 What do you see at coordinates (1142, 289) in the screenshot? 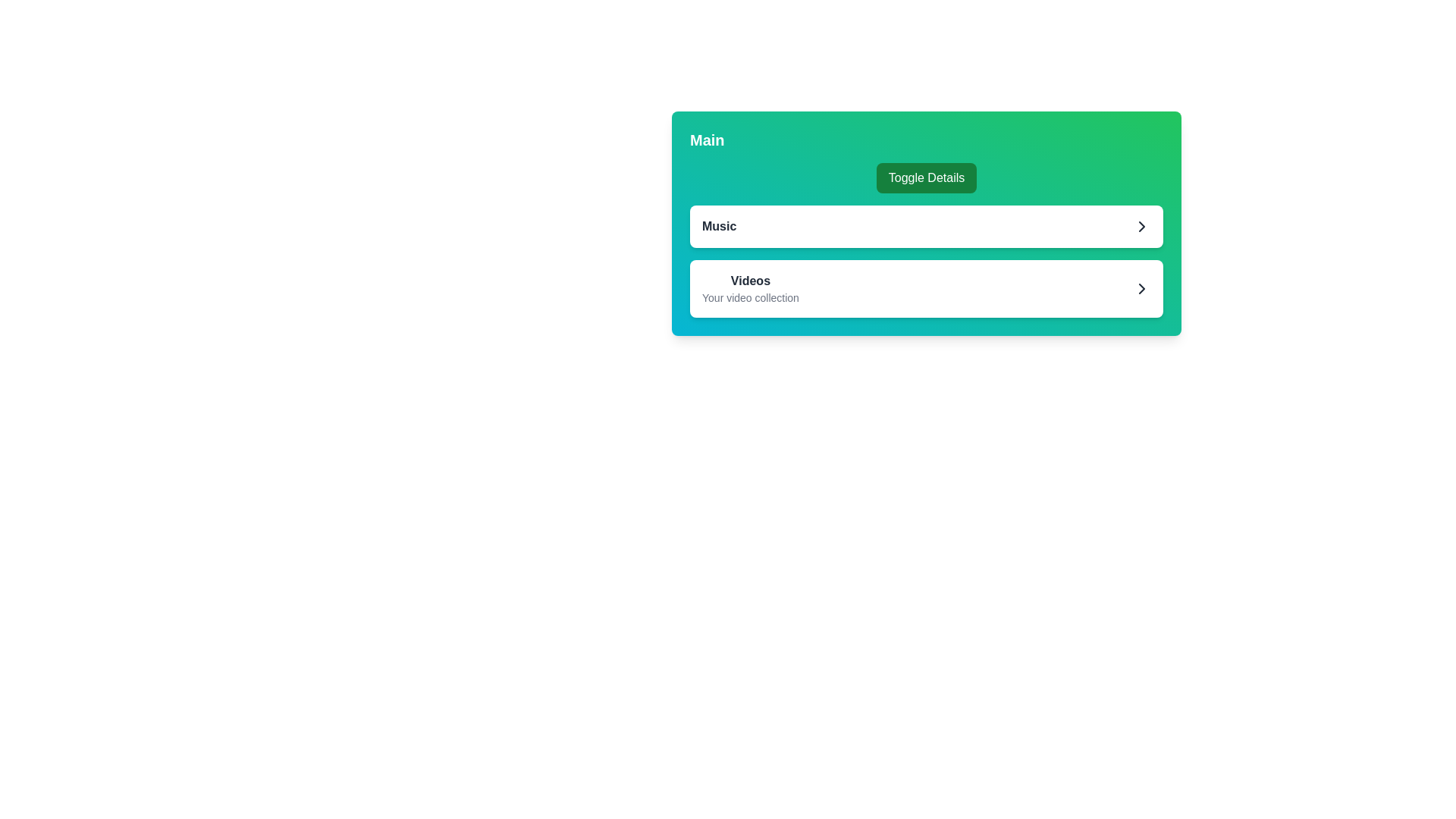
I see `the right-arrow icon, which is a dark-colored SVG-based graphical component located at the rightmost side of the card below the 'Videos' section` at bounding box center [1142, 289].